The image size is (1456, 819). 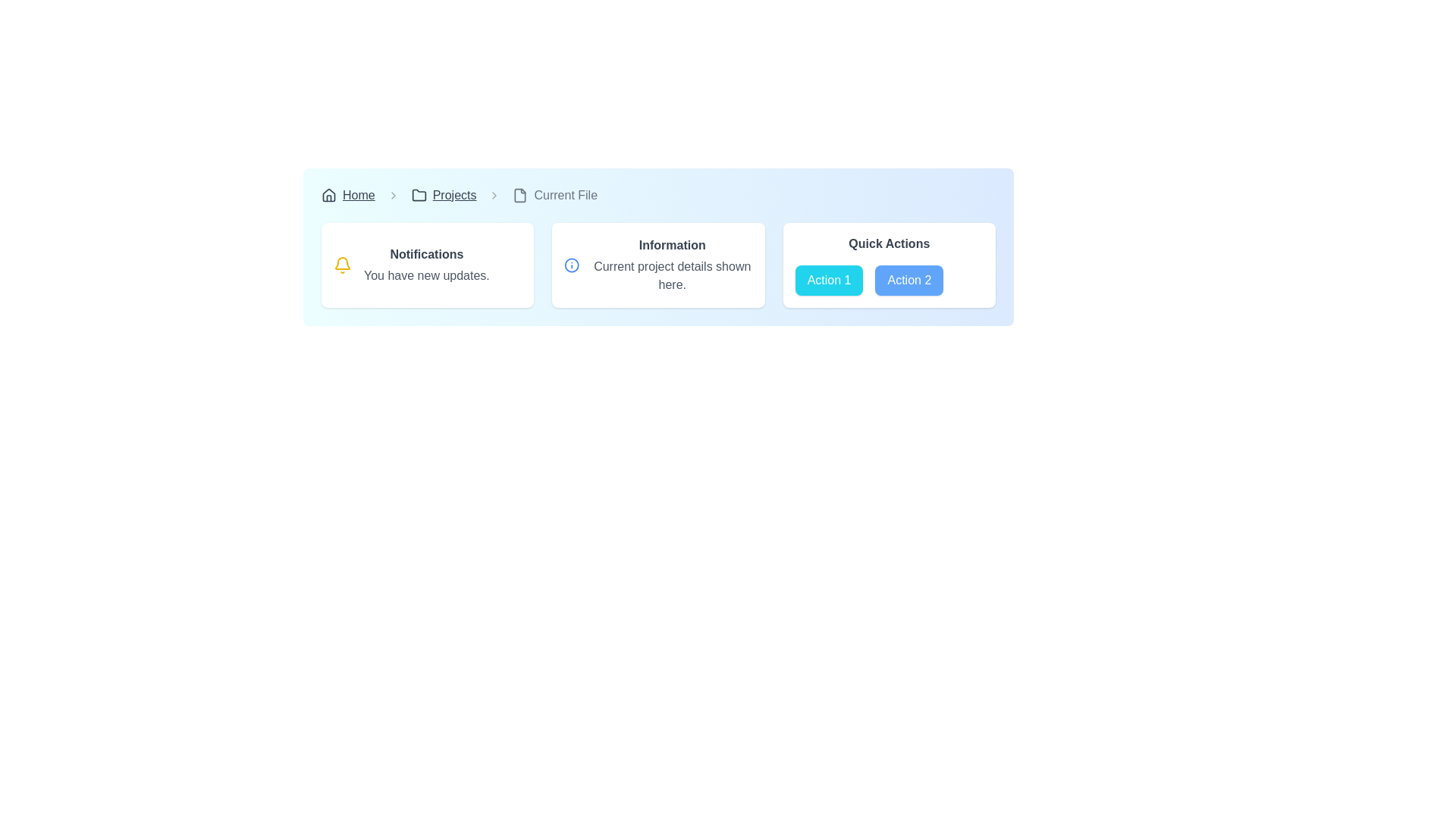 I want to click on the 'Information' text display component which shows the heading 'Information' and the description 'Current project details shown here.', so click(x=671, y=265).